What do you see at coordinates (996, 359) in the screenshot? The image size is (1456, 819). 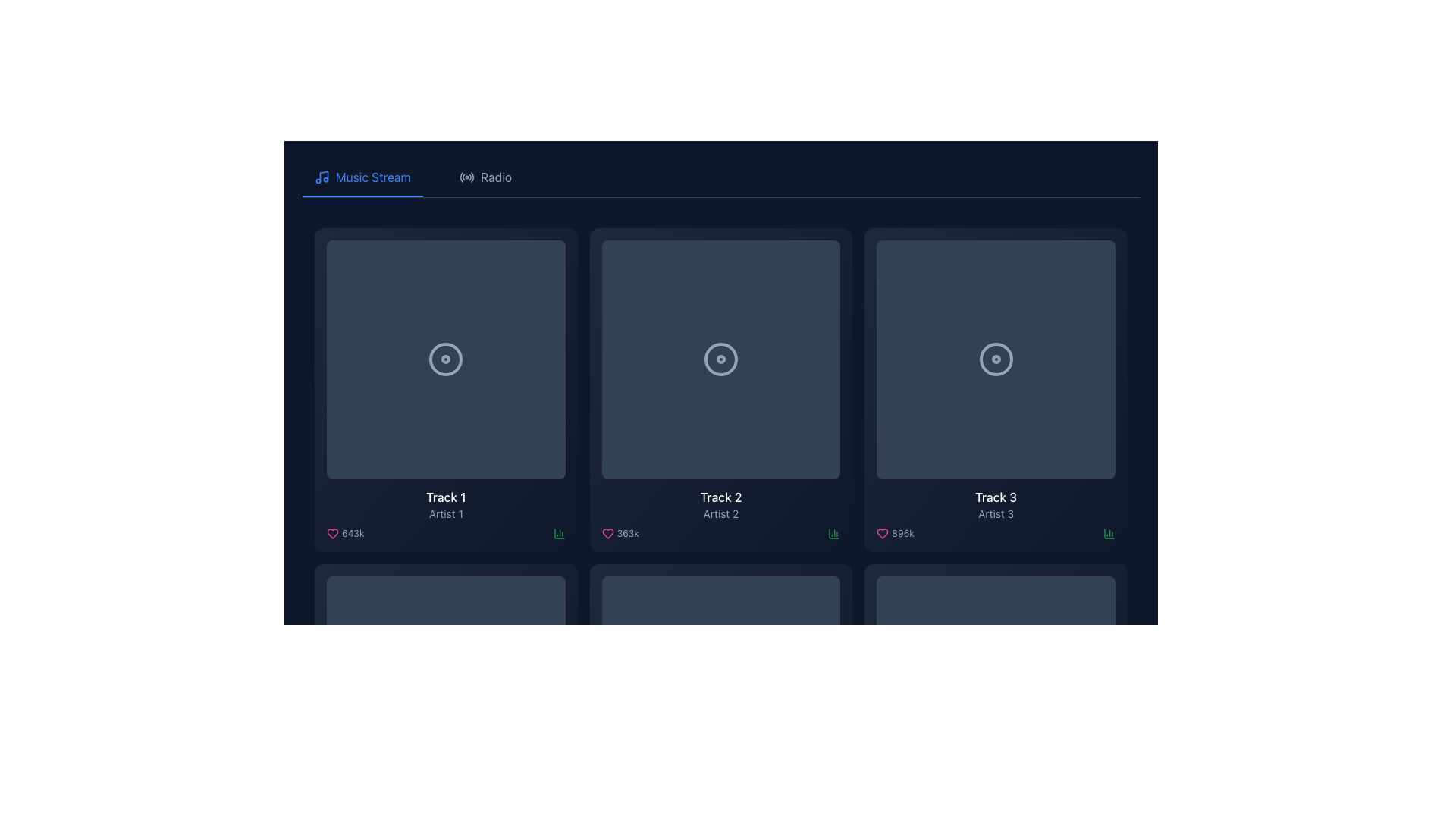 I see `the SVG graphic element, which is a disc-shaped image with concentric circles, located in the center of the 'Track 3' card` at bounding box center [996, 359].